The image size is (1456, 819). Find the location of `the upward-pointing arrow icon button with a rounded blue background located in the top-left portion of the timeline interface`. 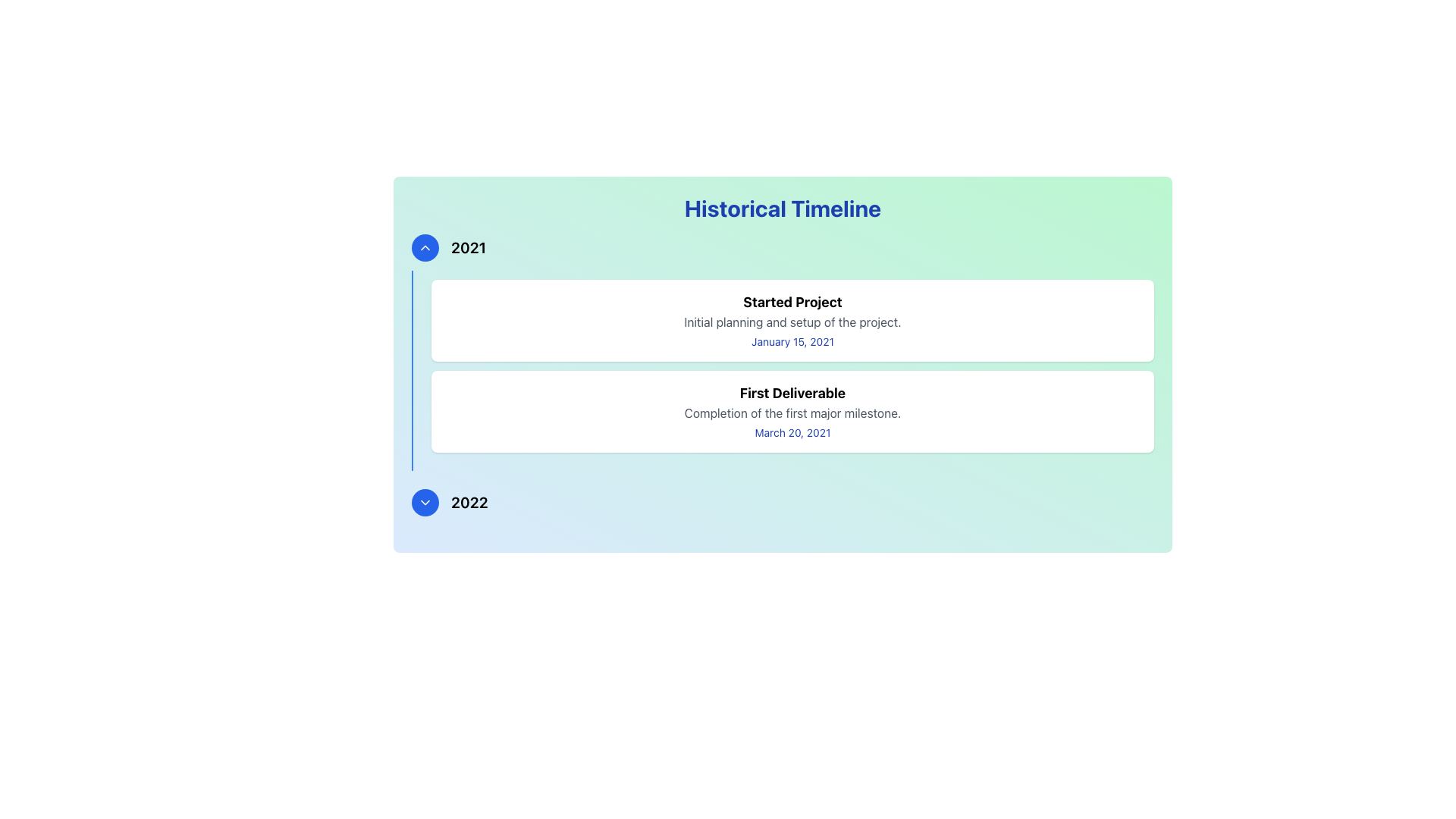

the upward-pointing arrow icon button with a rounded blue background located in the top-left portion of the timeline interface is located at coordinates (425, 247).